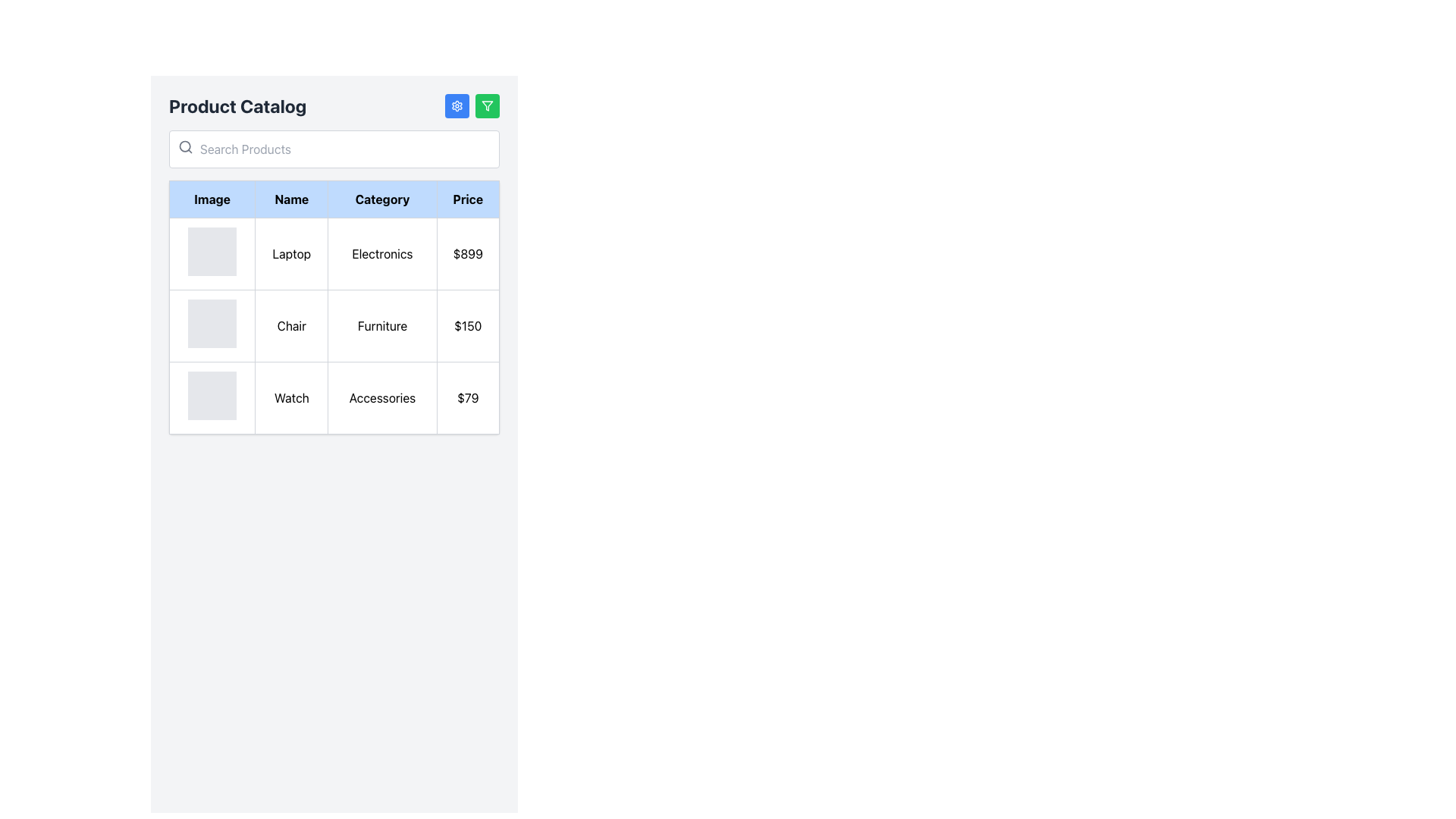 Image resolution: width=1456 pixels, height=819 pixels. Describe the element at coordinates (488, 105) in the screenshot. I see `the green square button with a white funnel-shaped icon located in the toolbar area above the data table to apply a filter` at that location.